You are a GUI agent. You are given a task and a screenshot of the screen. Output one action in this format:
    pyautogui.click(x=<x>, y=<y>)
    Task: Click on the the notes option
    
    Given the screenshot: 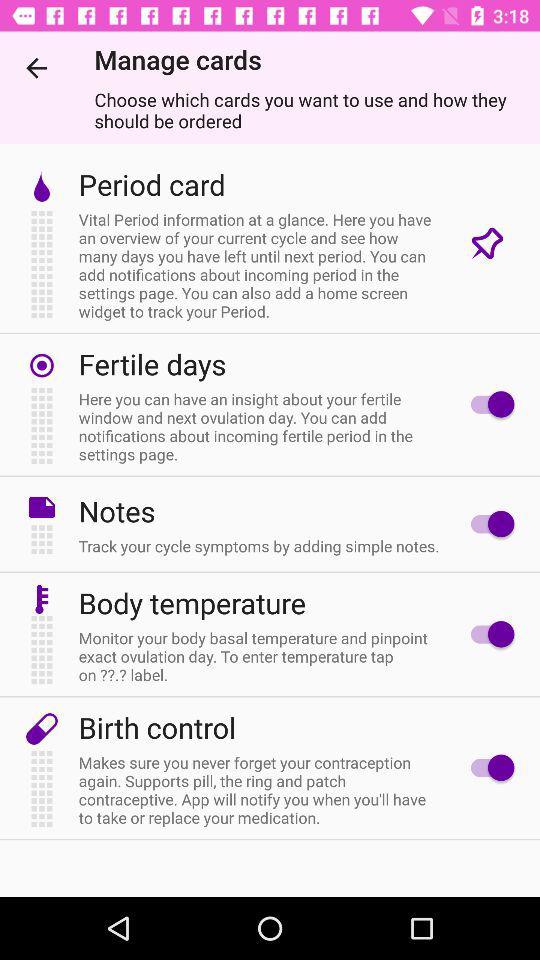 What is the action you would take?
    pyautogui.click(x=486, y=523)
    